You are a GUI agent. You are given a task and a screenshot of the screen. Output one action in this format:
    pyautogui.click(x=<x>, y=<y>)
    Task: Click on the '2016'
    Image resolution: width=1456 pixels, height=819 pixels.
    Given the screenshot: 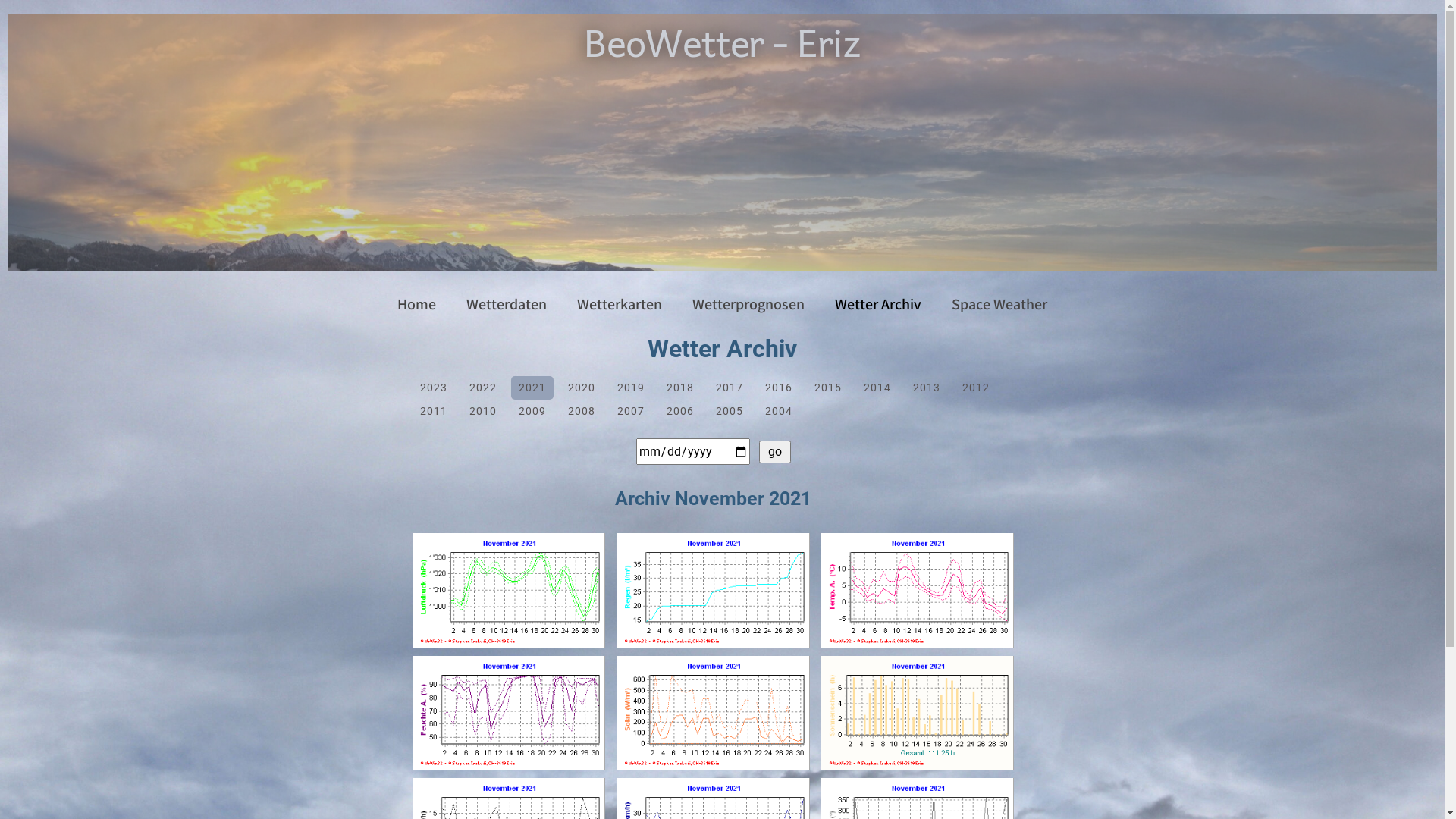 What is the action you would take?
    pyautogui.click(x=779, y=387)
    